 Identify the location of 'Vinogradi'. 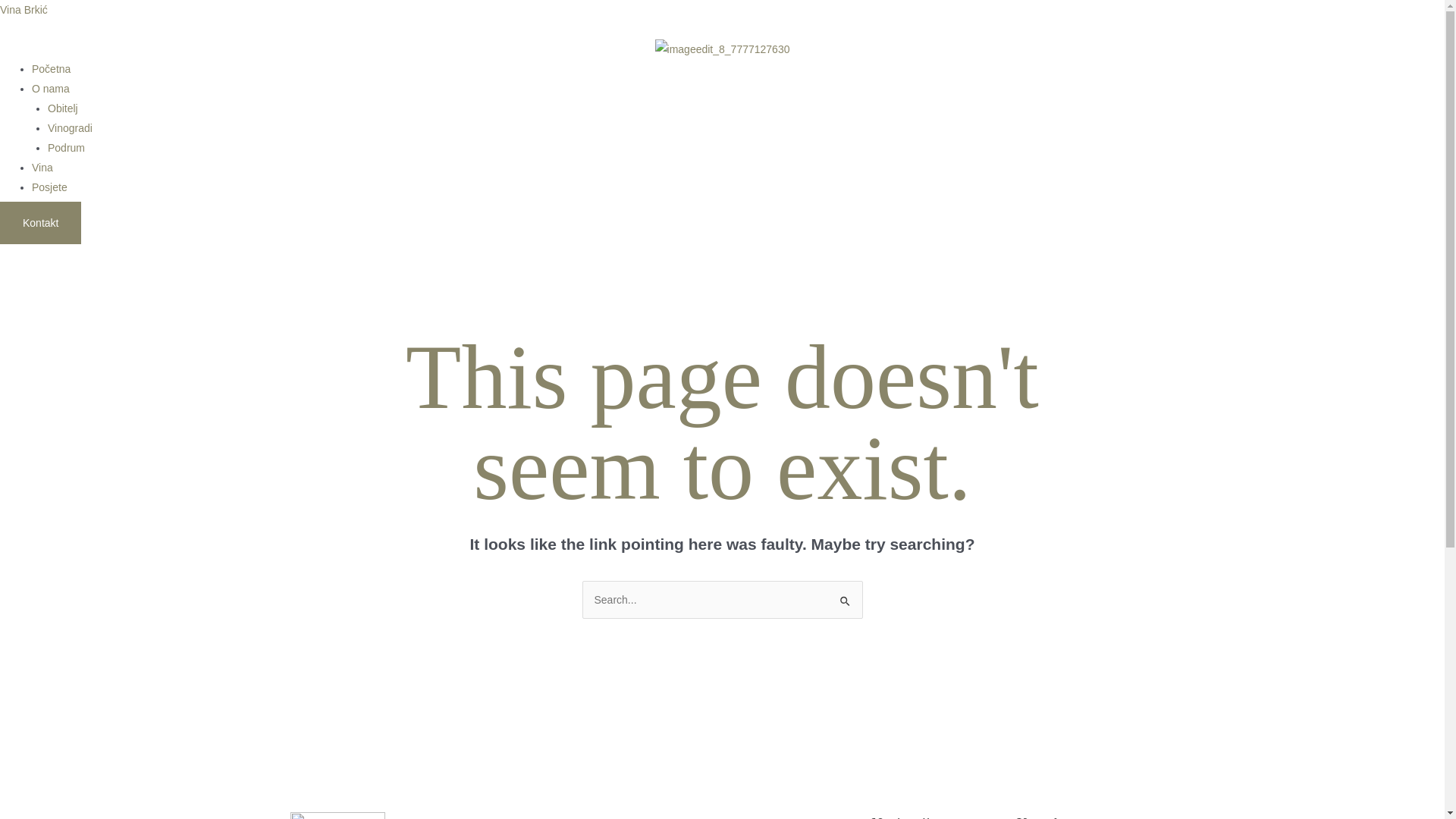
(69, 127).